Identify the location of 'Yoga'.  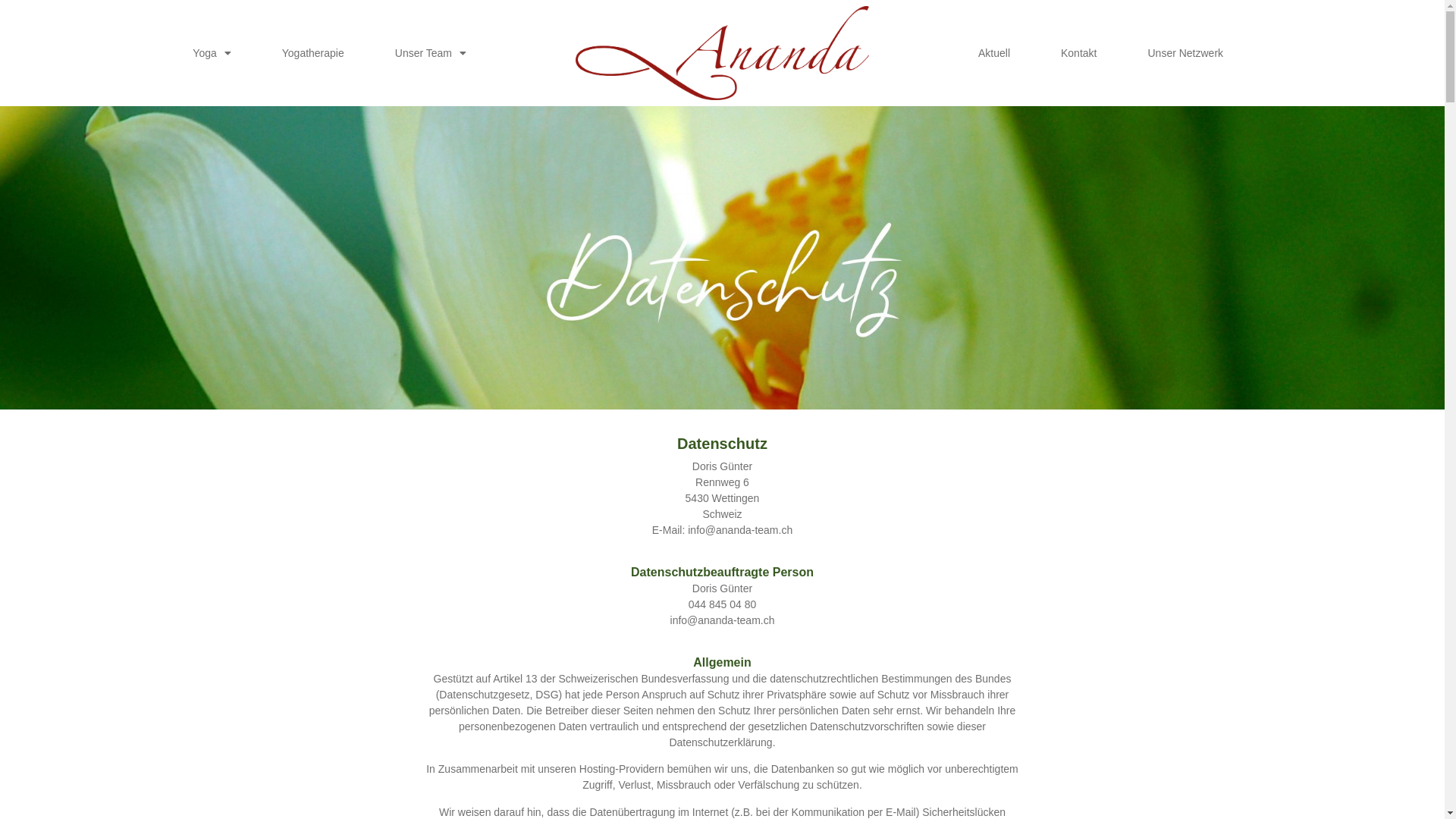
(210, 52).